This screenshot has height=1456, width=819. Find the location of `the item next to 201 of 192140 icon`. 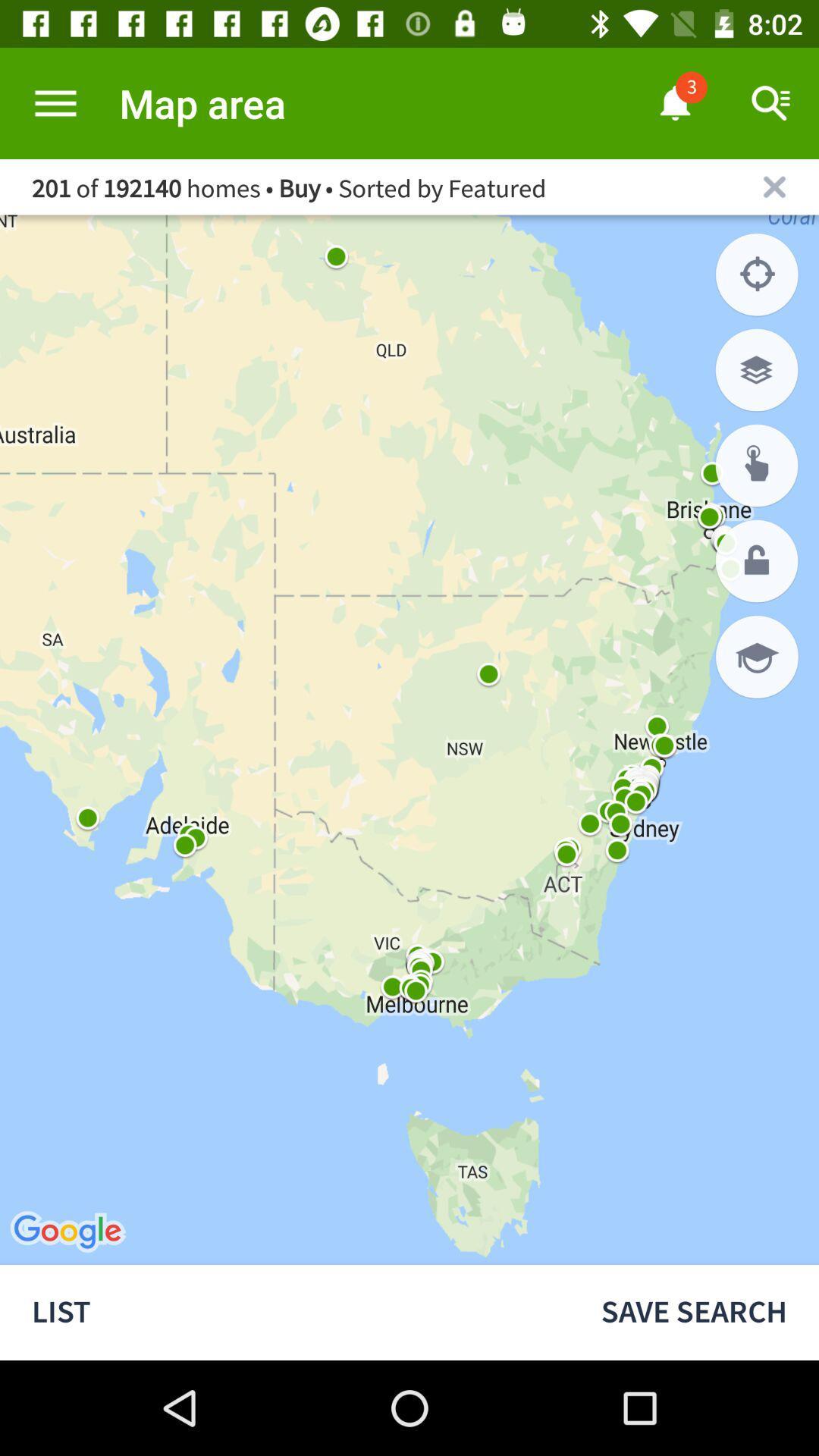

the item next to 201 of 192140 icon is located at coordinates (774, 186).